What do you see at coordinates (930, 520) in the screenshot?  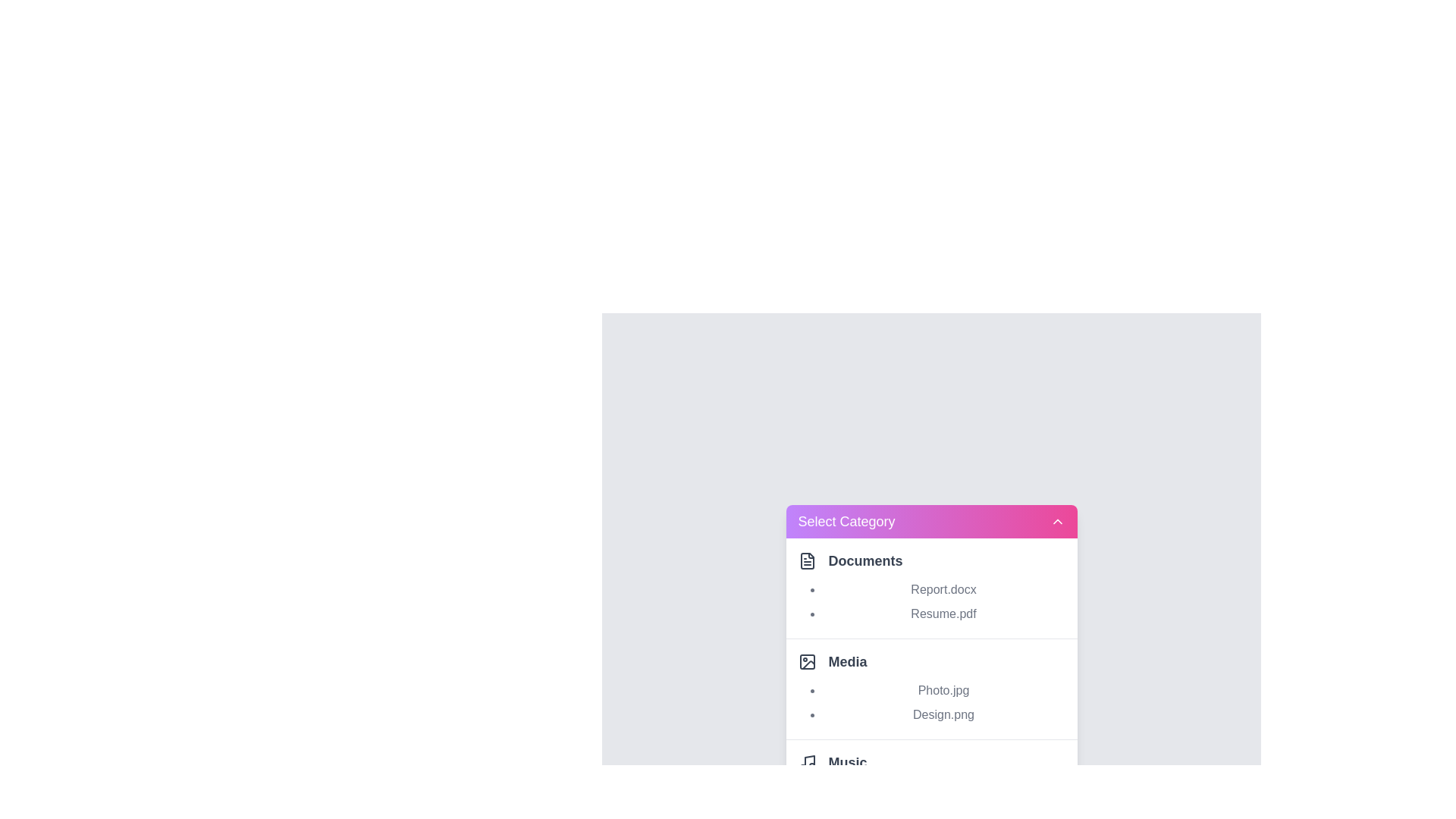 I see `the Dropdown toggler button at the top of the vertically aligned list` at bounding box center [930, 520].